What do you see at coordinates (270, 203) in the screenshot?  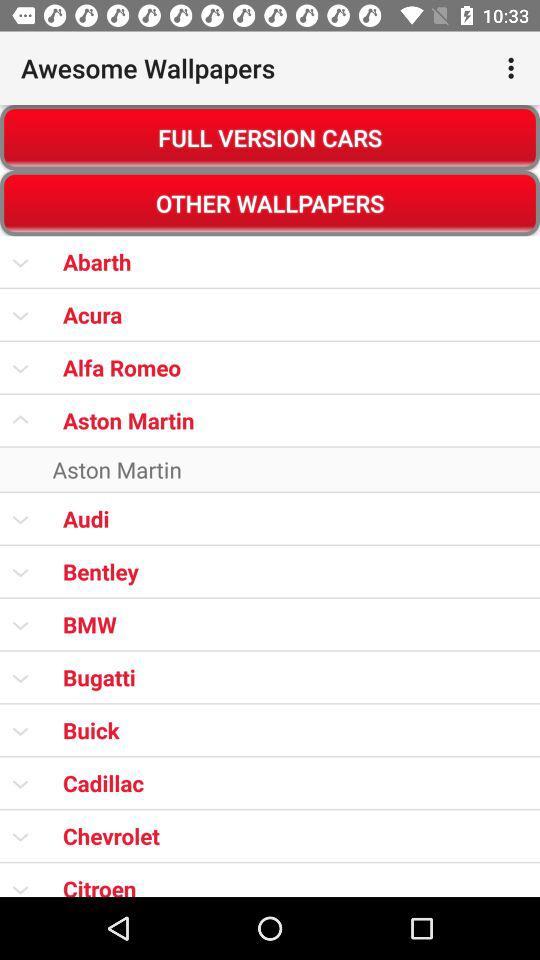 I see `the other wallpapers icon` at bounding box center [270, 203].